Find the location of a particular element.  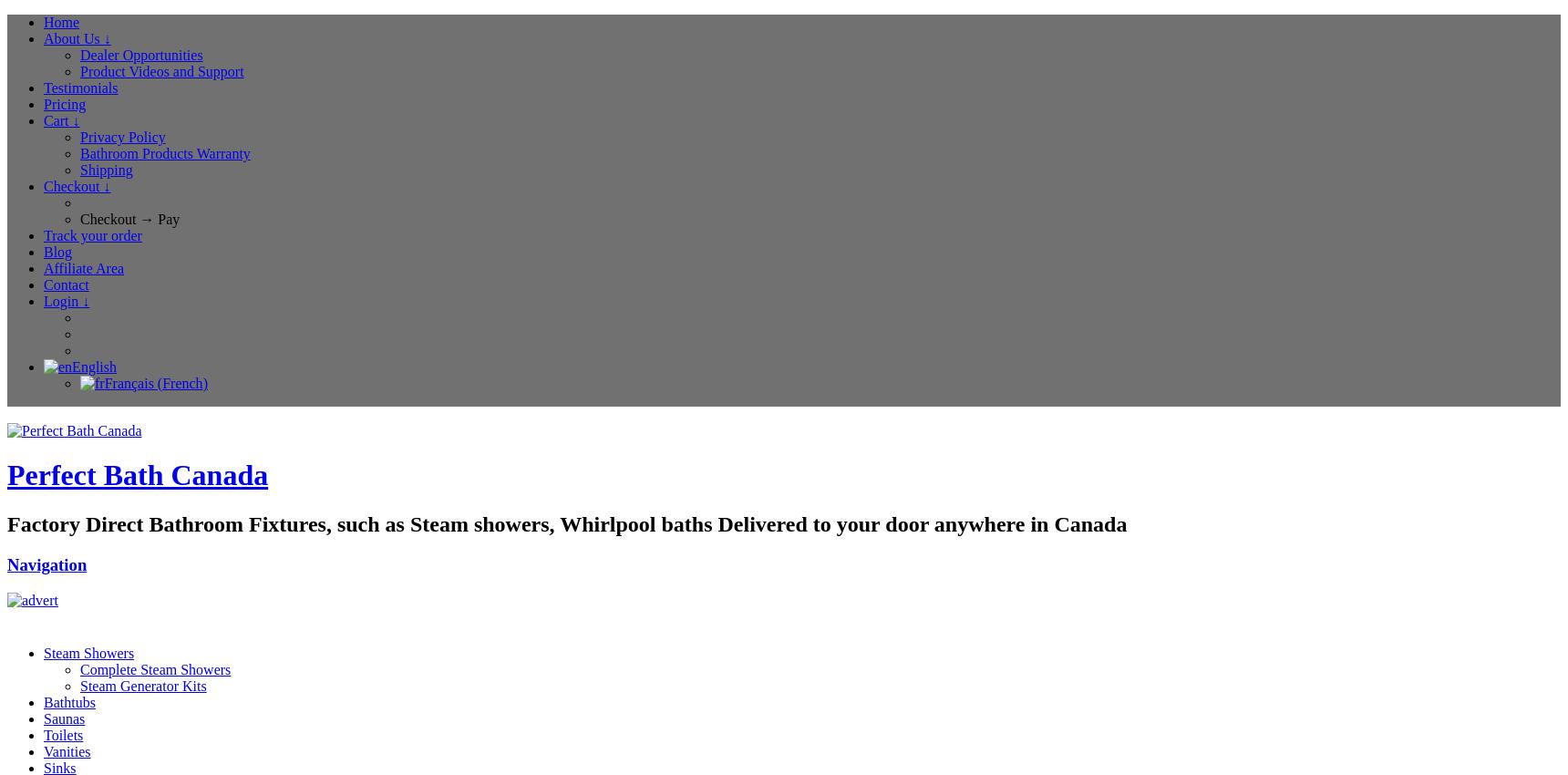

'Toilets' is located at coordinates (62, 733).